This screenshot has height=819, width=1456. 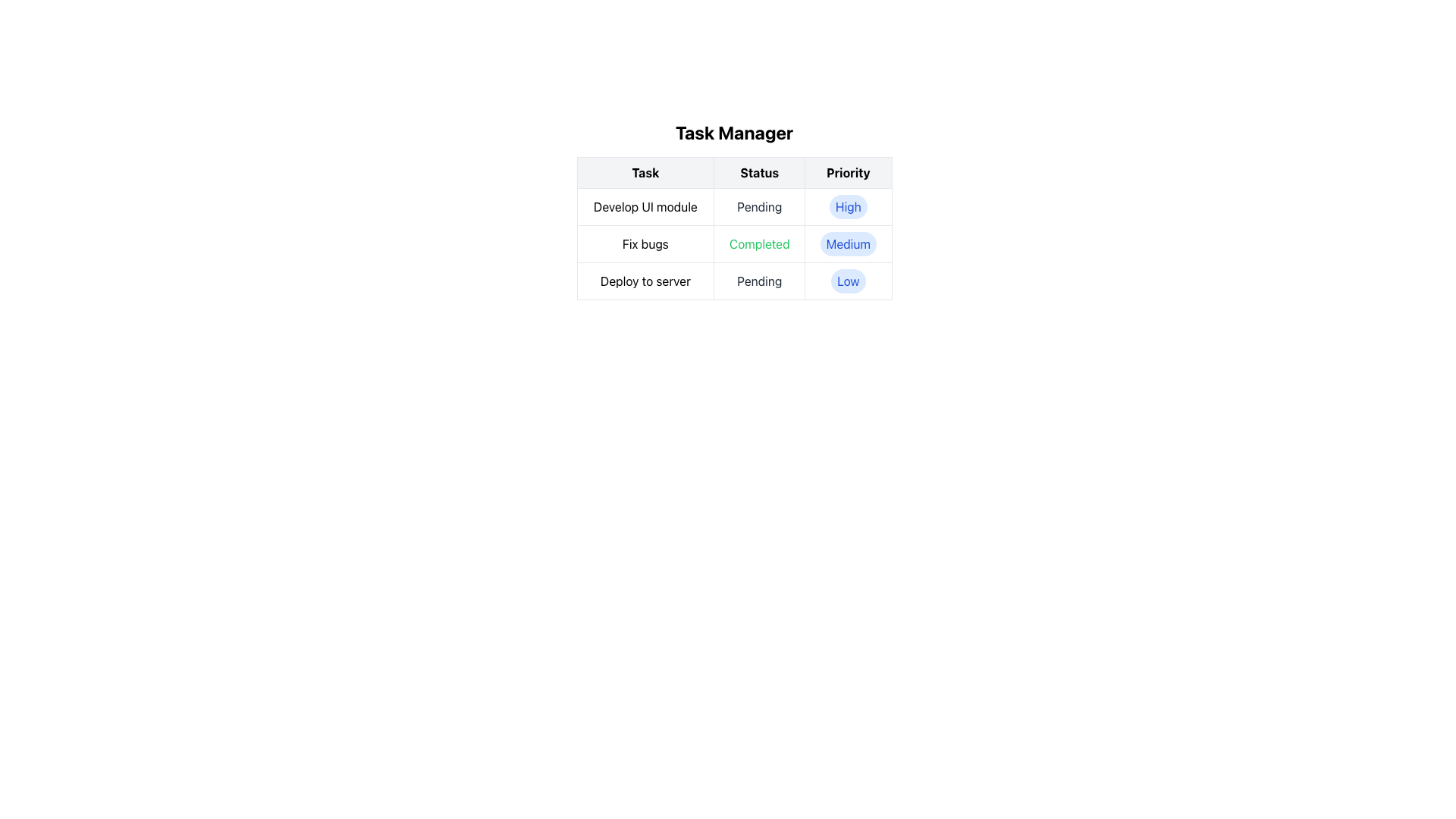 I want to click on the second row in the task manager table that details the task 'Fix bugs', which is located between 'Develop UI module' and 'Deploy to server', so click(x=734, y=243).